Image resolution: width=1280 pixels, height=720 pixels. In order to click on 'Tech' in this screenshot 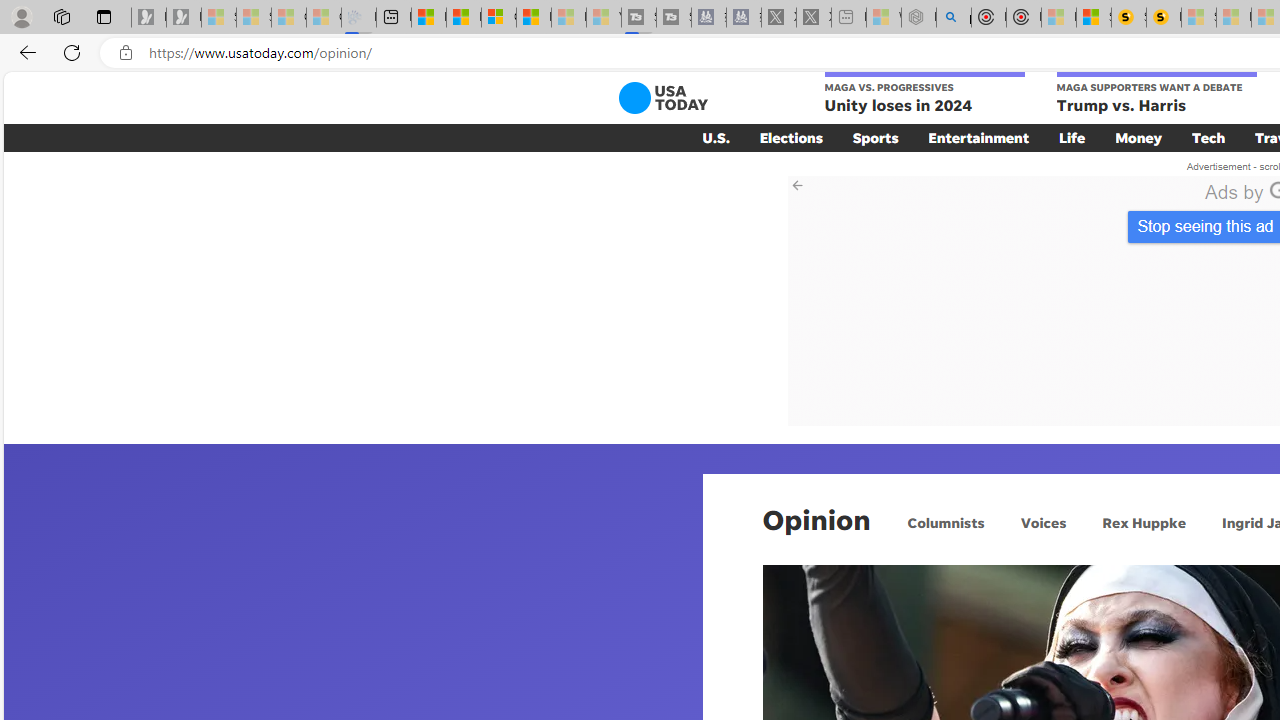, I will do `click(1207, 136)`.